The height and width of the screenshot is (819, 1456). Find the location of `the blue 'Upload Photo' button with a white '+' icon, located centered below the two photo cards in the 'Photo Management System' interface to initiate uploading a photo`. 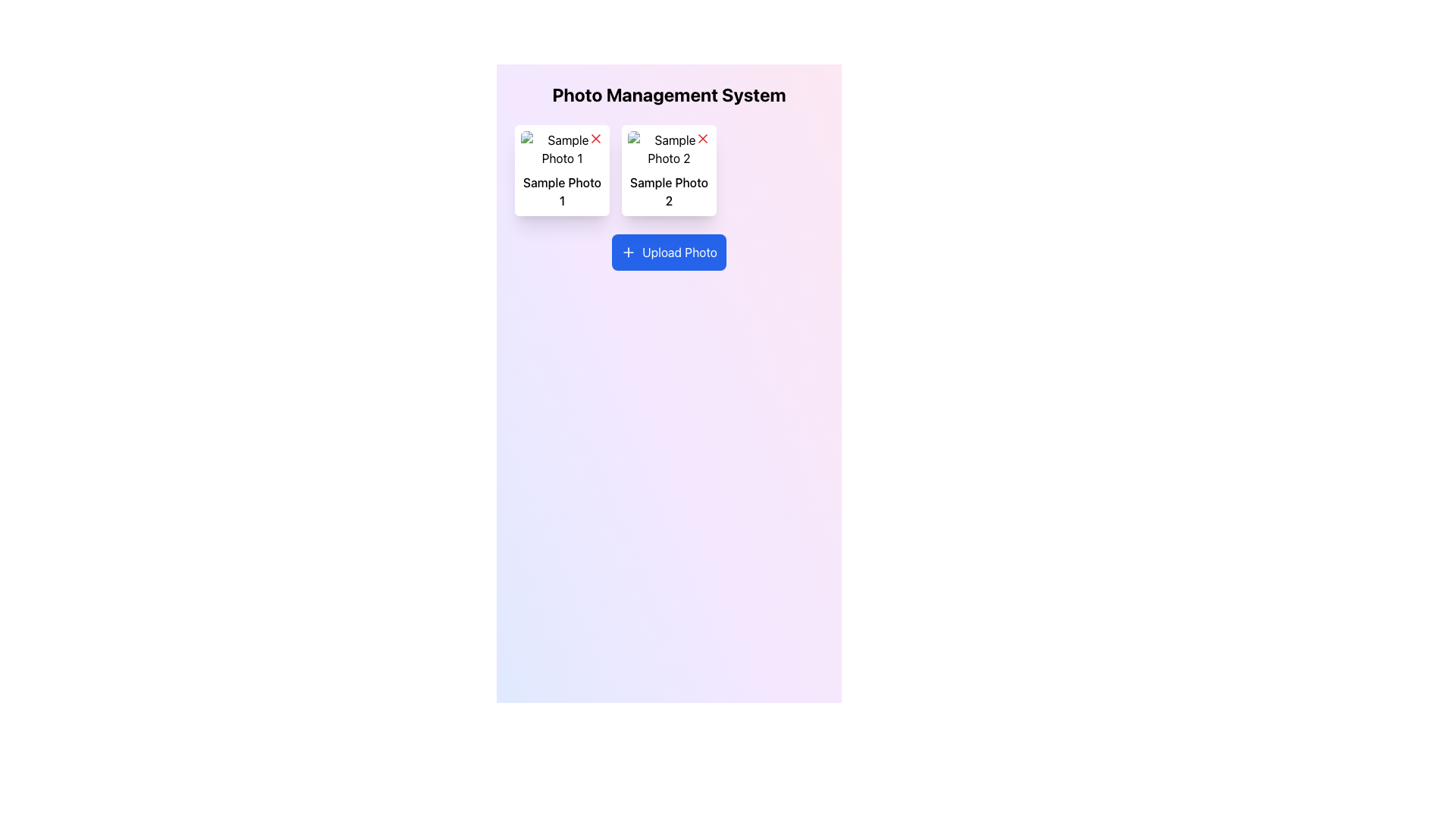

the blue 'Upload Photo' button with a white '+' icon, located centered below the two photo cards in the 'Photo Management System' interface to initiate uploading a photo is located at coordinates (668, 251).